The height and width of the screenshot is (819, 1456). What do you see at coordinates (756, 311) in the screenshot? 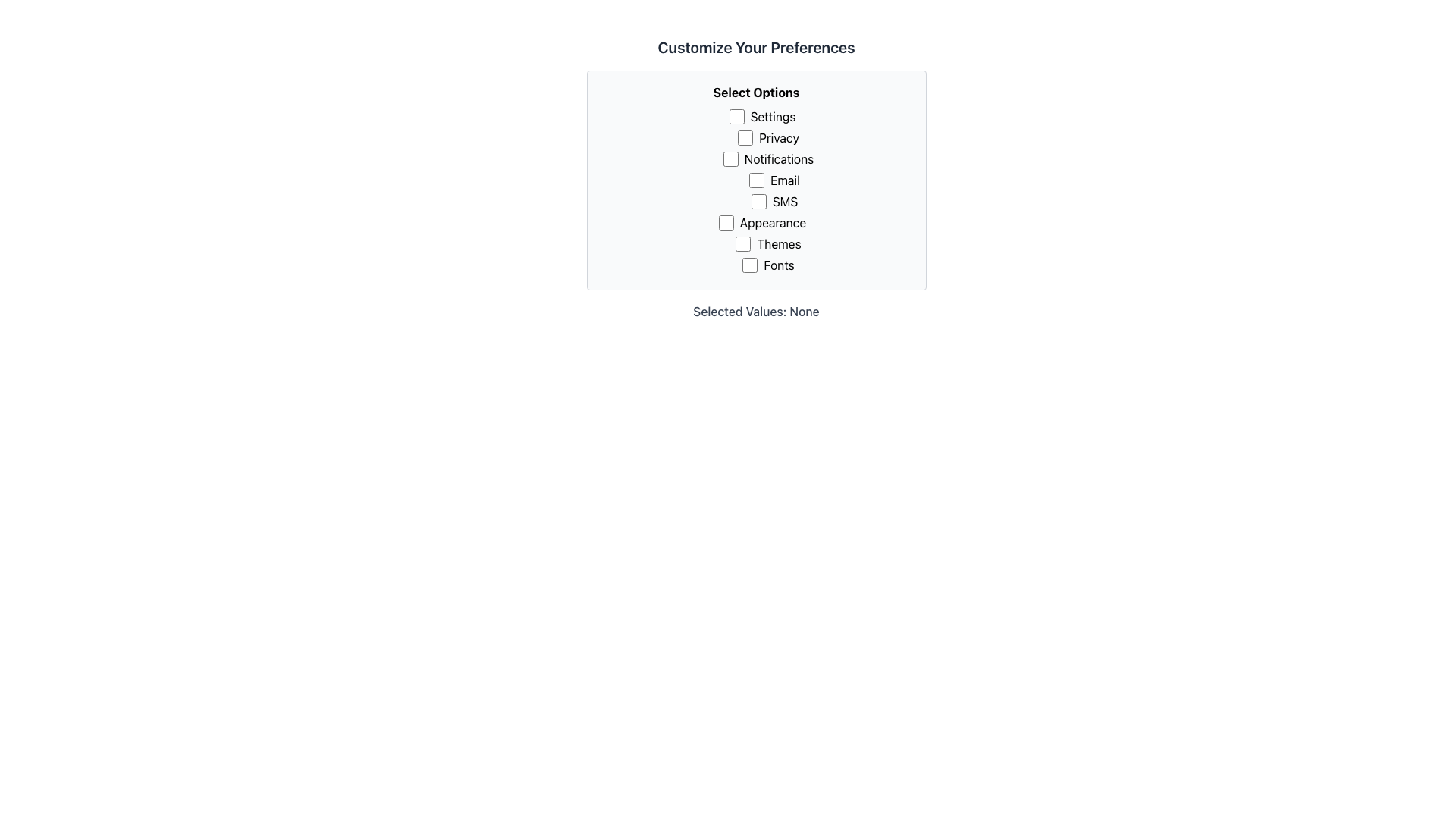
I see `the Text Display that indicates the currently selected options, which currently shows 'None'` at bounding box center [756, 311].